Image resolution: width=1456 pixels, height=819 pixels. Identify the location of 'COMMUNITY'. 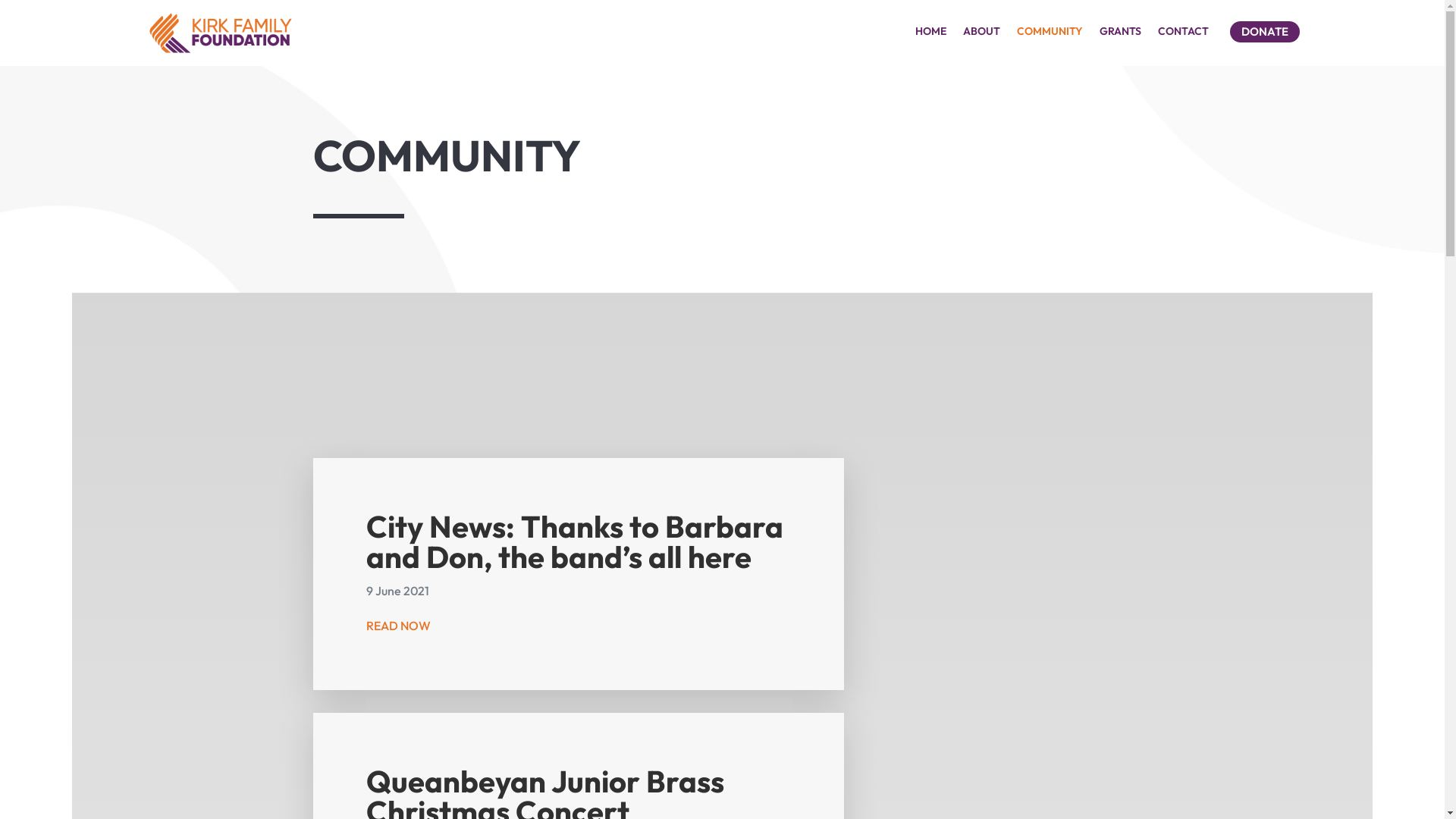
(1049, 34).